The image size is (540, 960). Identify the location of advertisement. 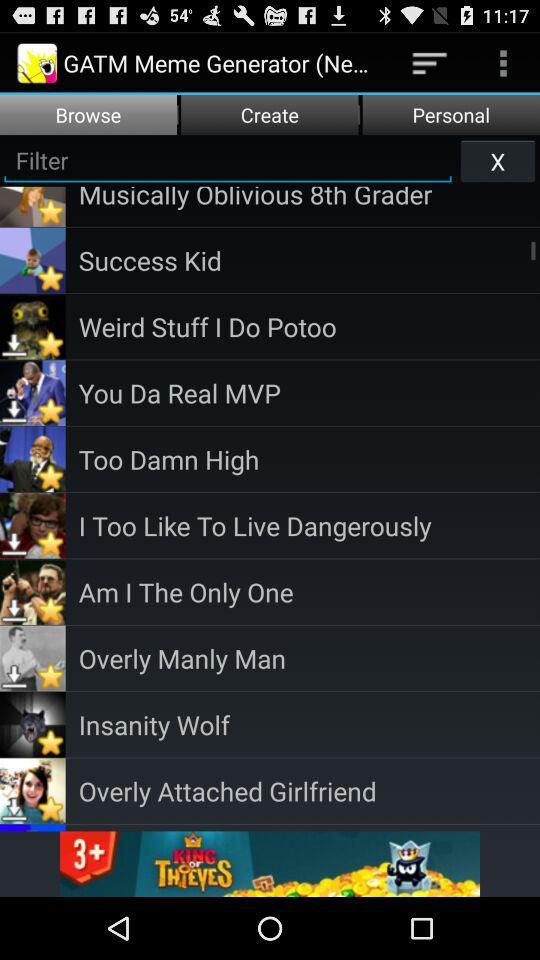
(270, 863).